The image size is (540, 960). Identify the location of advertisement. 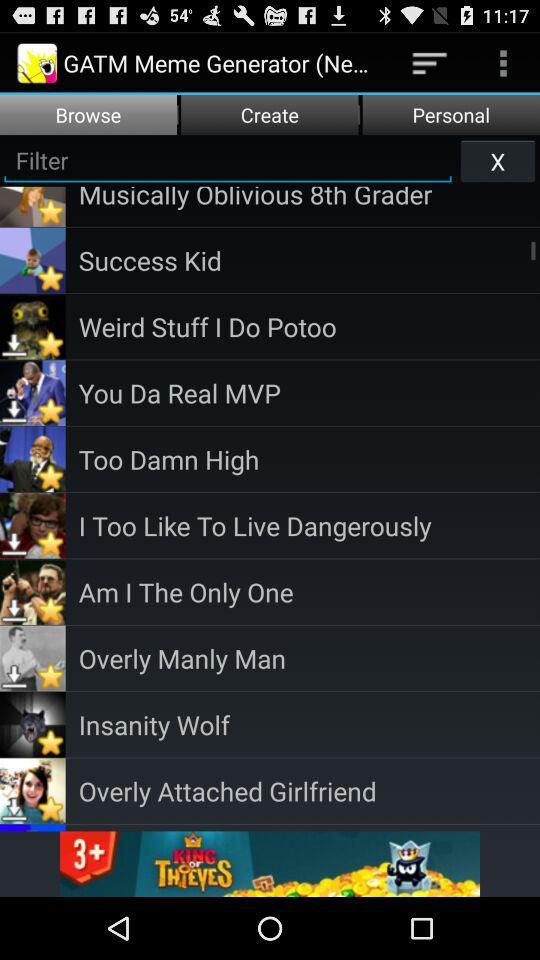
(270, 863).